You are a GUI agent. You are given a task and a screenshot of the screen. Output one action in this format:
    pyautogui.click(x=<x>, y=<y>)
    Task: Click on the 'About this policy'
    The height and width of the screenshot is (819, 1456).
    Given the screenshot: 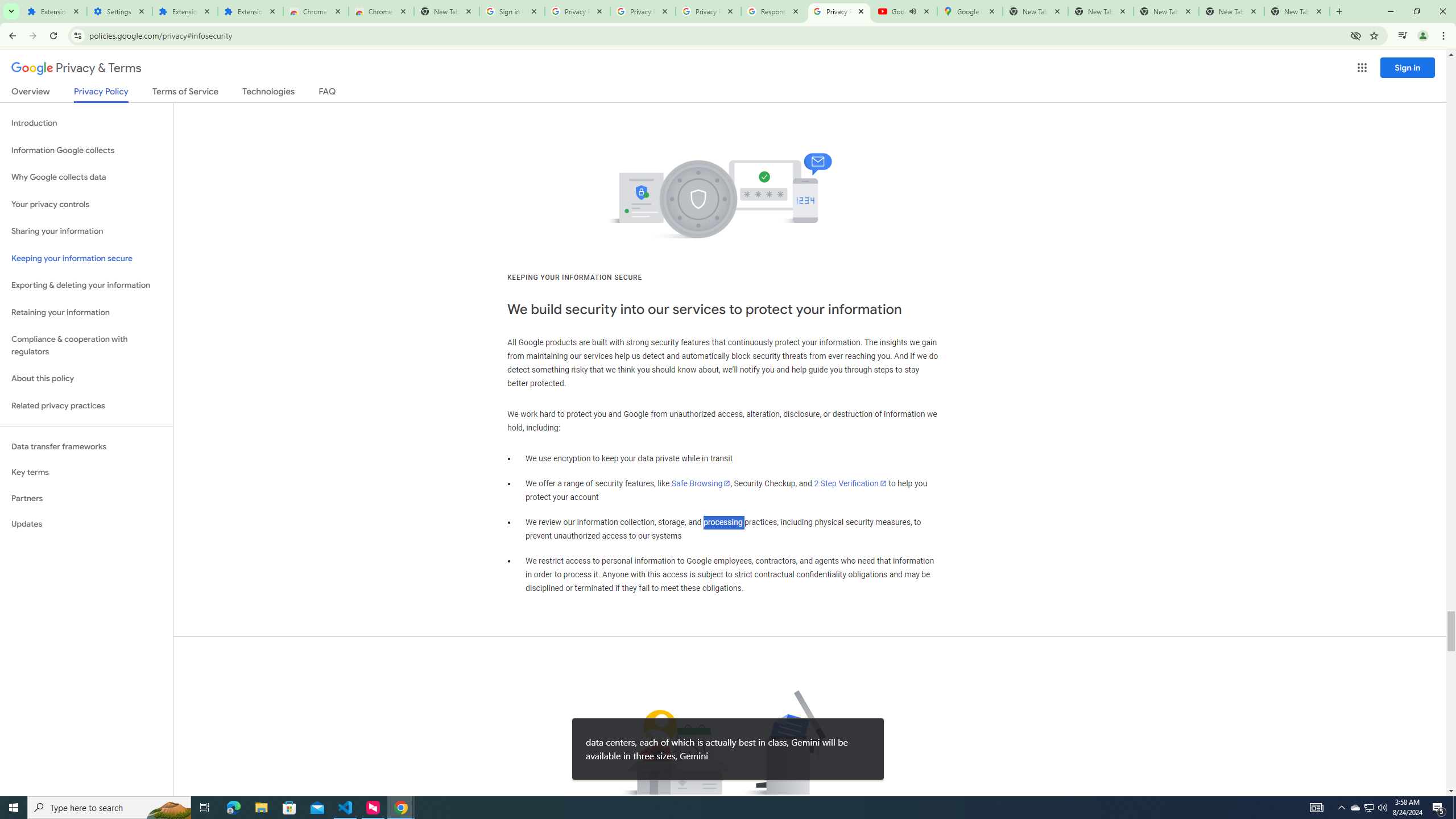 What is the action you would take?
    pyautogui.click(x=86, y=379)
    